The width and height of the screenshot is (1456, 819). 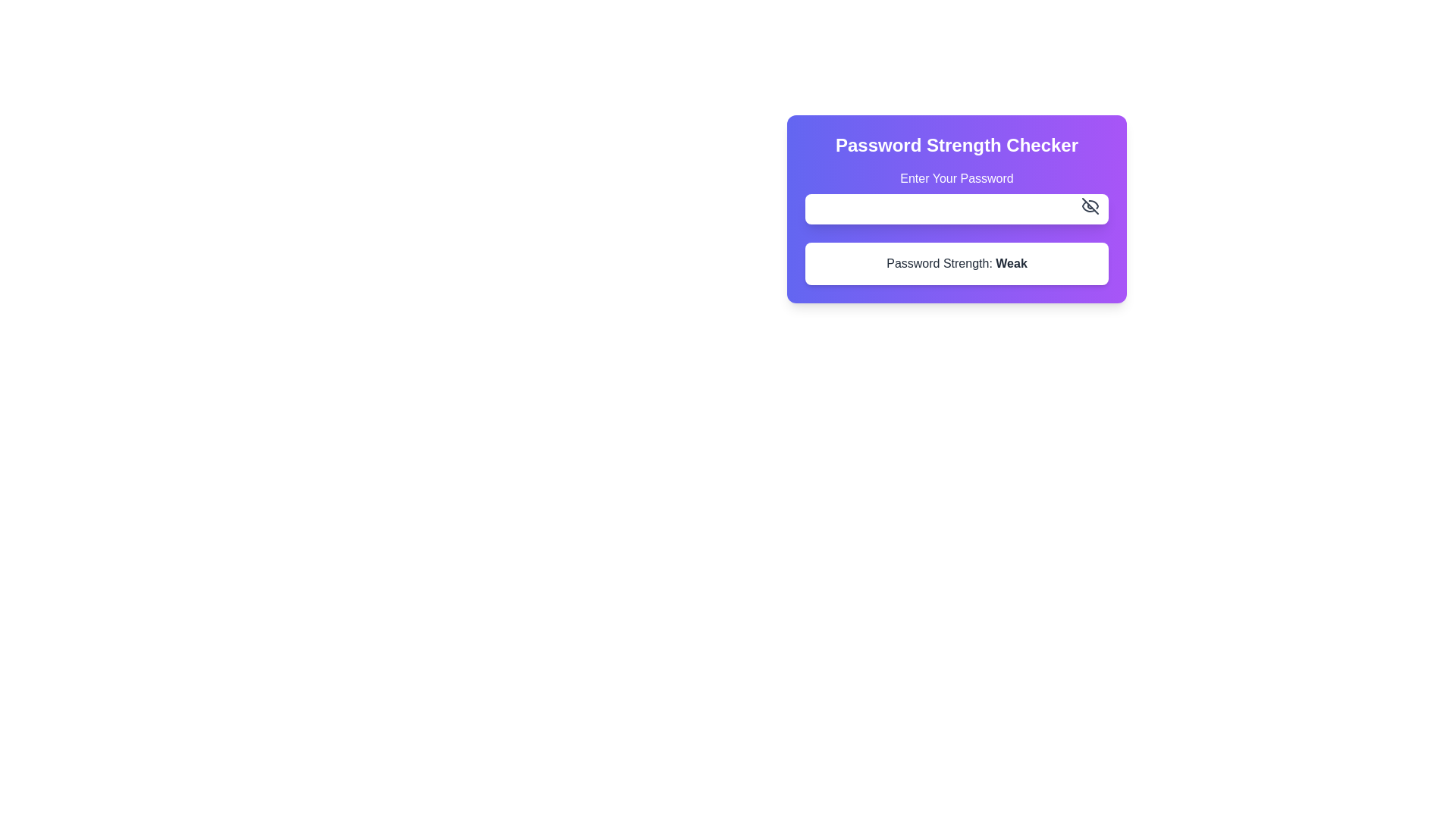 What do you see at coordinates (1012, 262) in the screenshot?
I see `the static text label element displaying 'Weak', which is styled in bold and located at the lower part of a rectangular card` at bounding box center [1012, 262].